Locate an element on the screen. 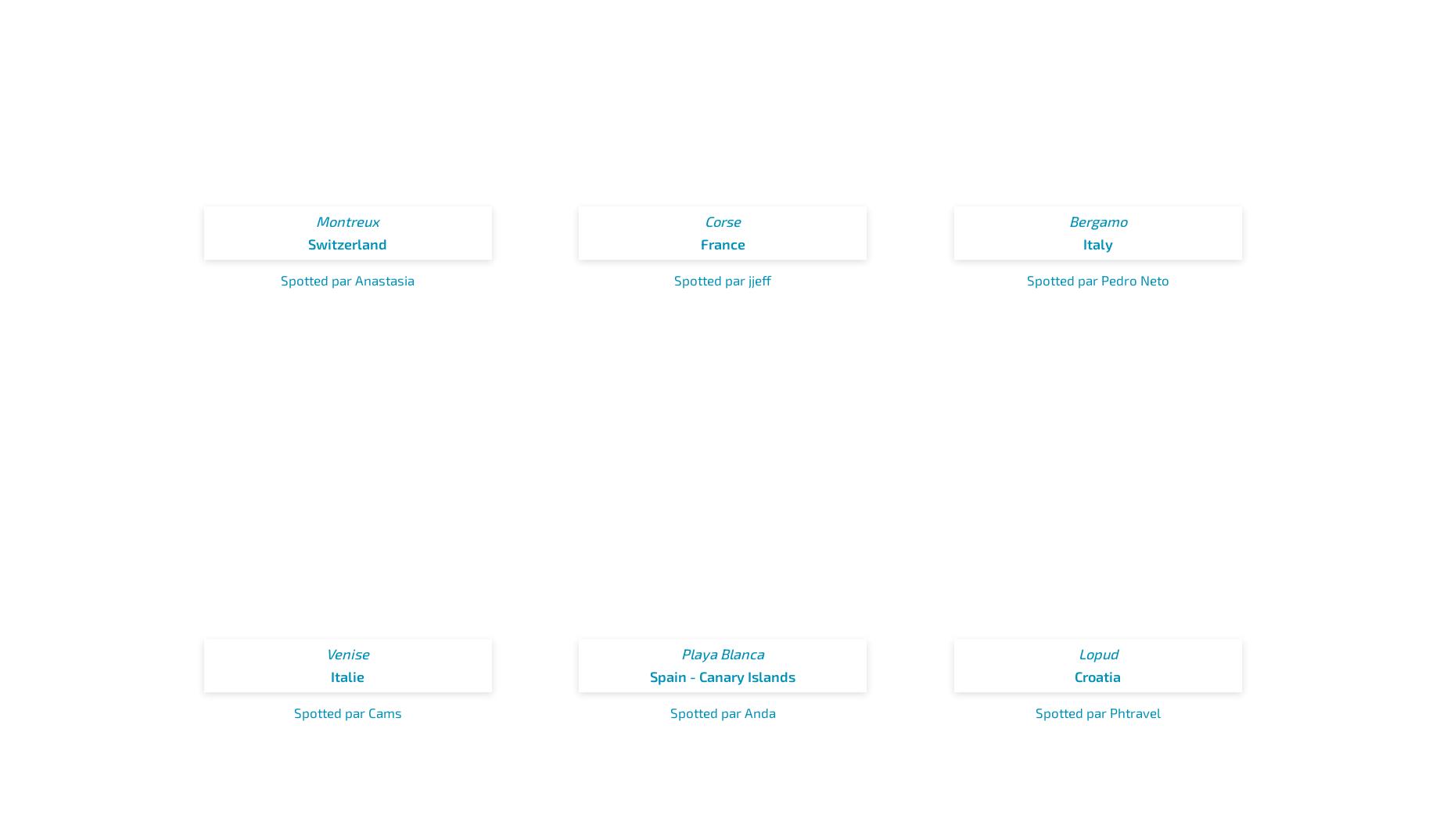 This screenshot has width=1447, height=840. 'Spotted par Pedro Neto' is located at coordinates (1097, 278).